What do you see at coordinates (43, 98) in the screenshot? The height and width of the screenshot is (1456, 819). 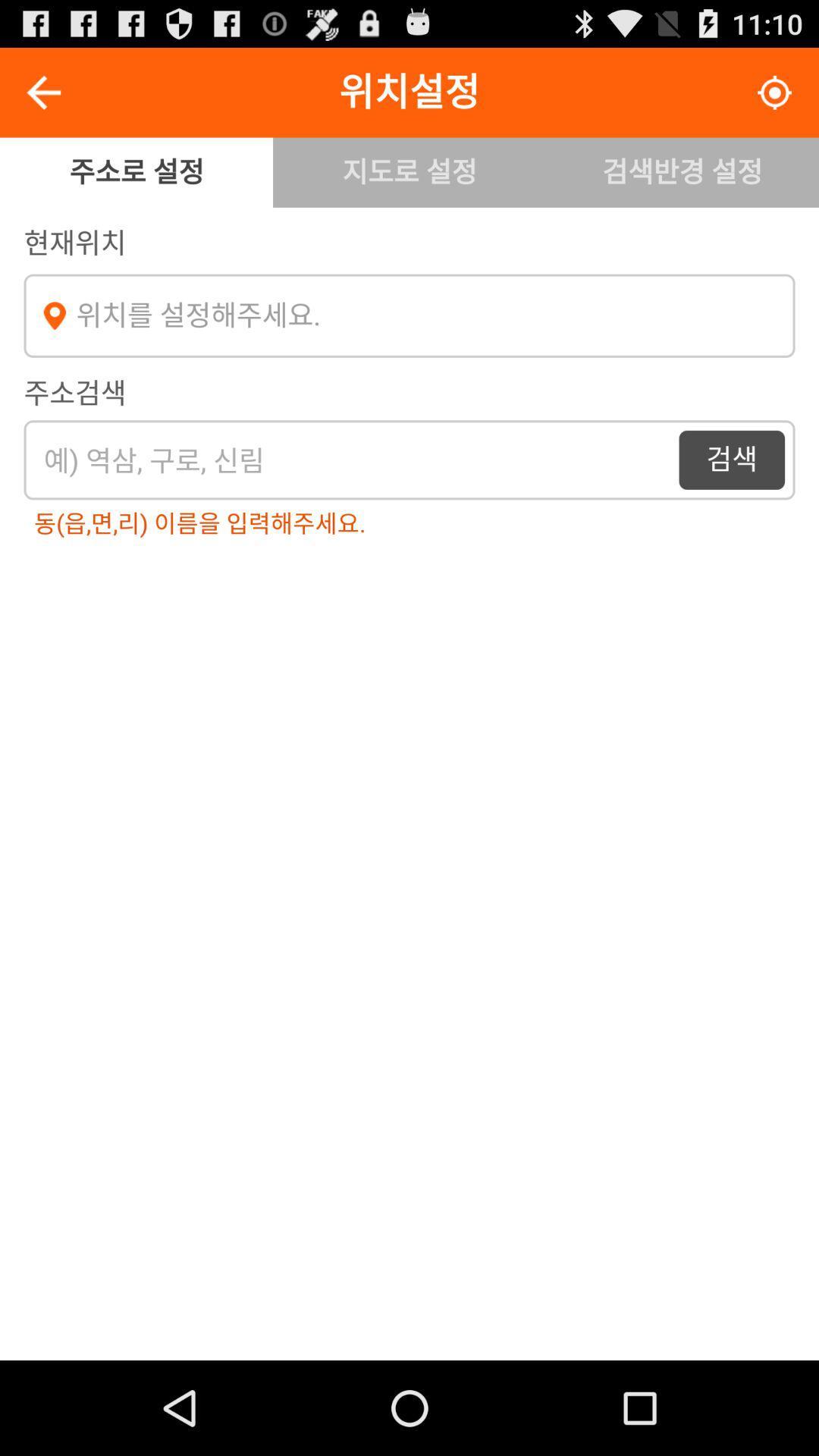 I see `the arrow_backward icon` at bounding box center [43, 98].